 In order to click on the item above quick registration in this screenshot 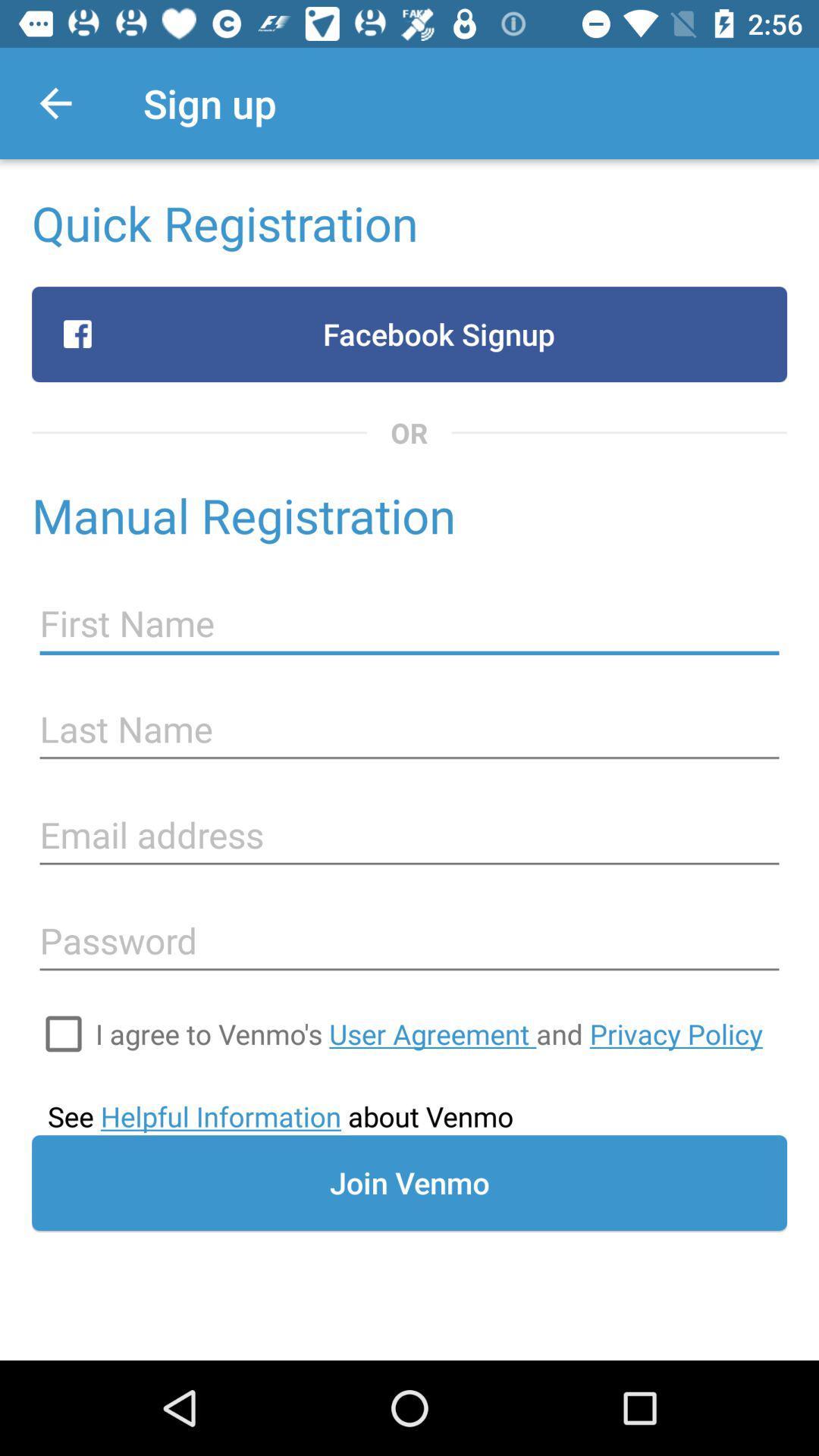, I will do `click(55, 102)`.